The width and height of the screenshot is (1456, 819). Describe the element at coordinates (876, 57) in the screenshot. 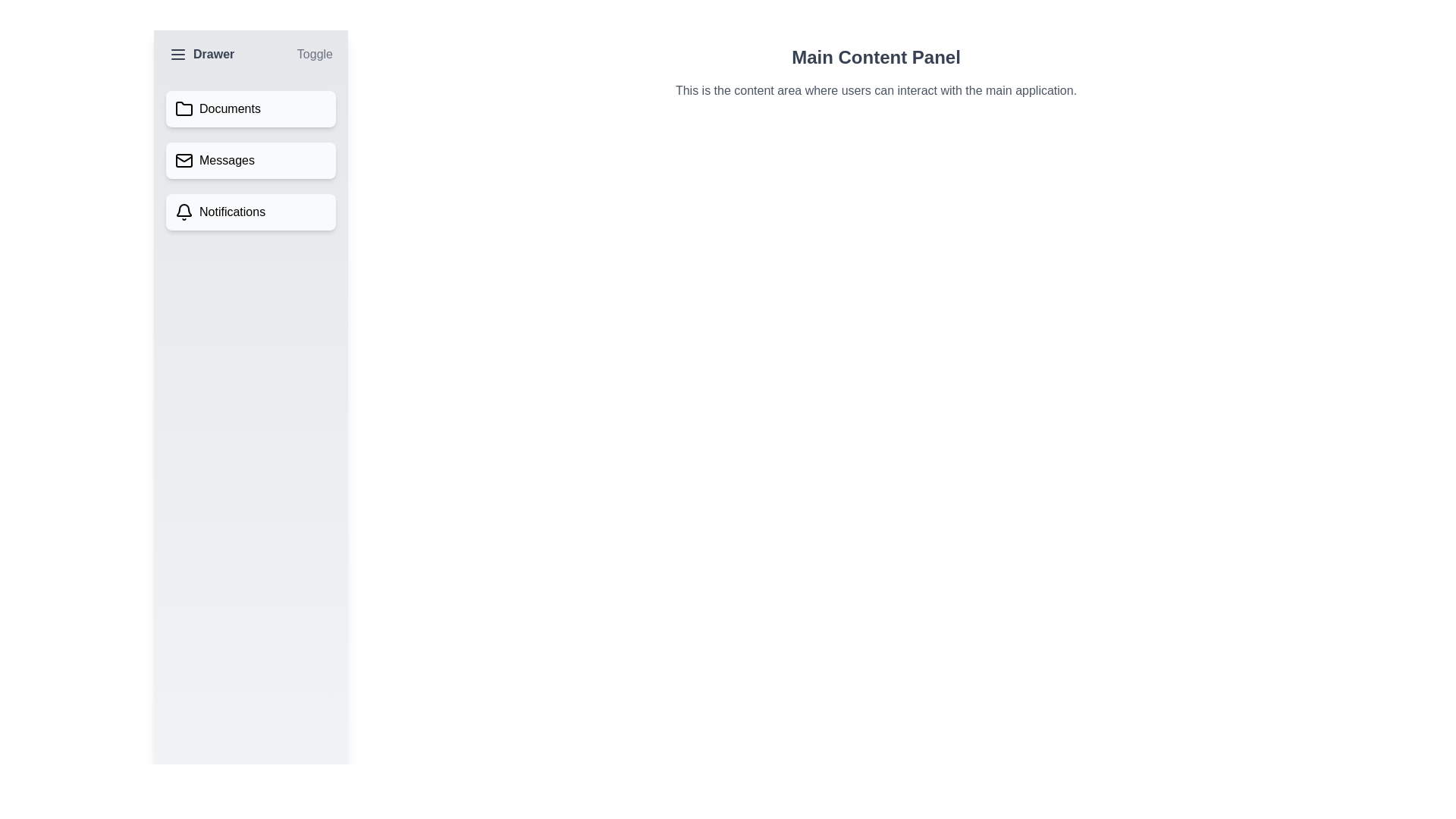

I see `the heading text label displaying 'Main Content Panel', which is prominently styled in large bold text and located at the top center of the content area` at that location.